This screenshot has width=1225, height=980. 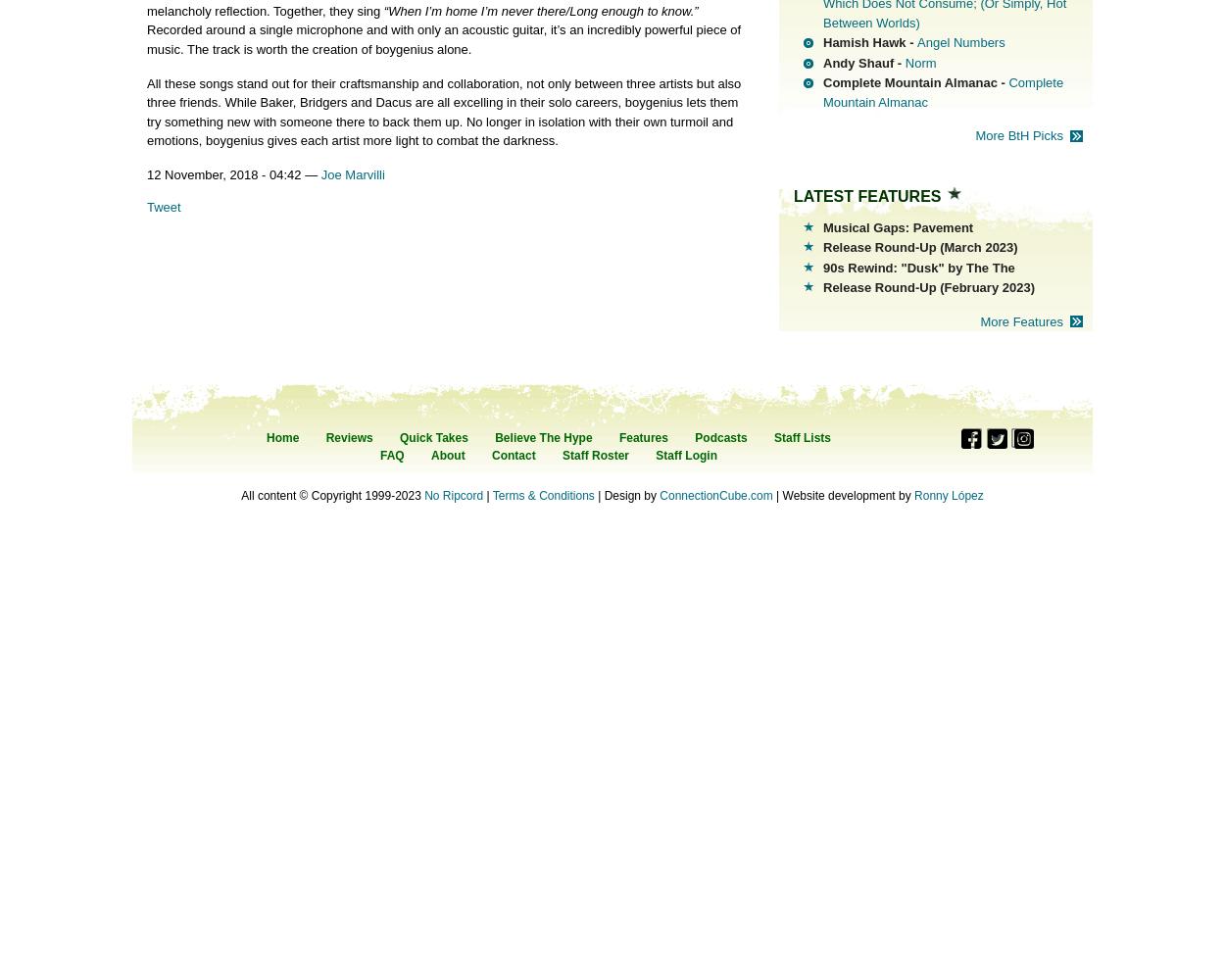 What do you see at coordinates (164, 205) in the screenshot?
I see `'Tweet'` at bounding box center [164, 205].